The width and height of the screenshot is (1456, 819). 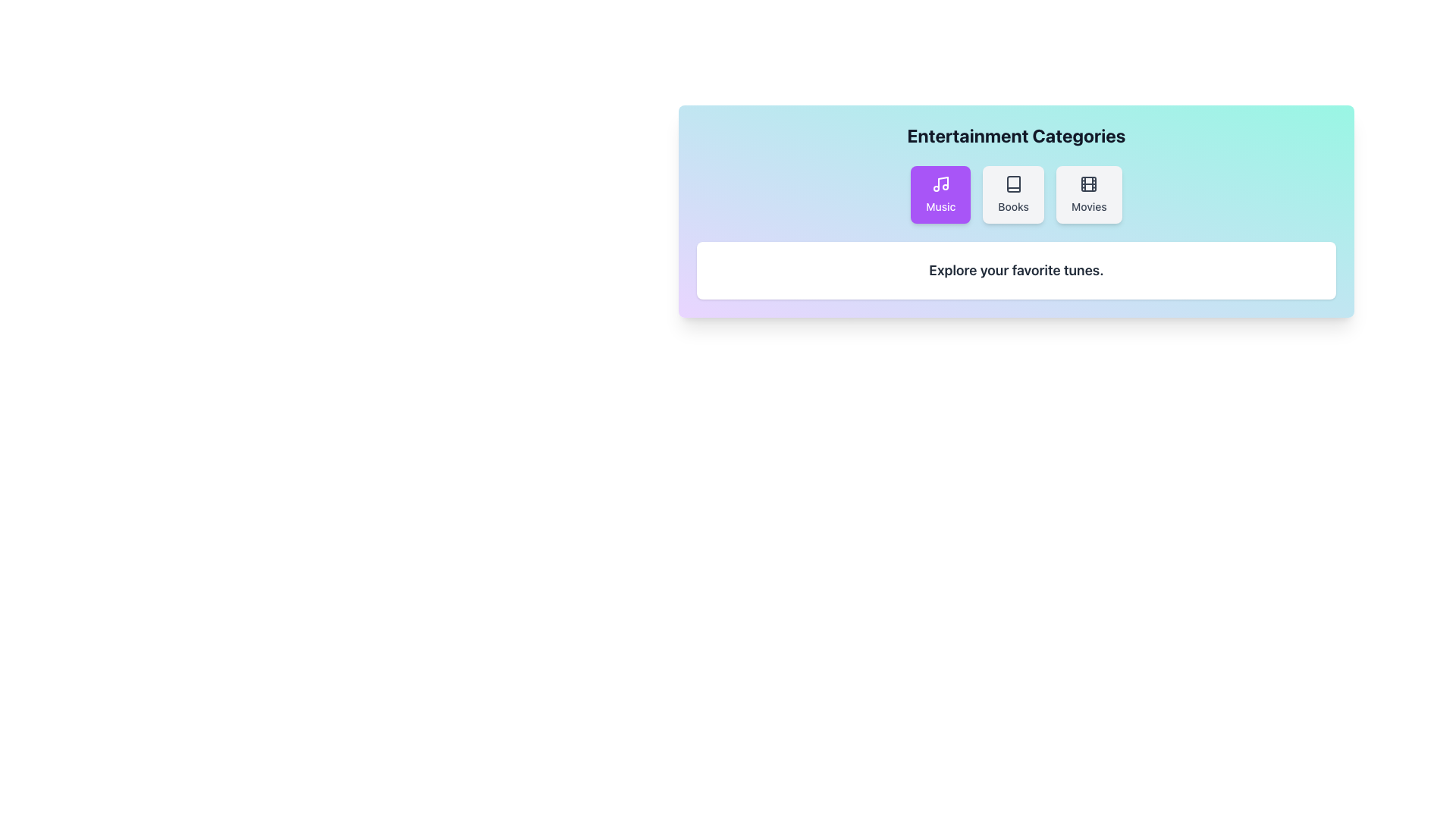 I want to click on the text label indicating the category of the button, which provides clarification for the music icon above it, located beneath the 'Music' button, so click(x=940, y=207).